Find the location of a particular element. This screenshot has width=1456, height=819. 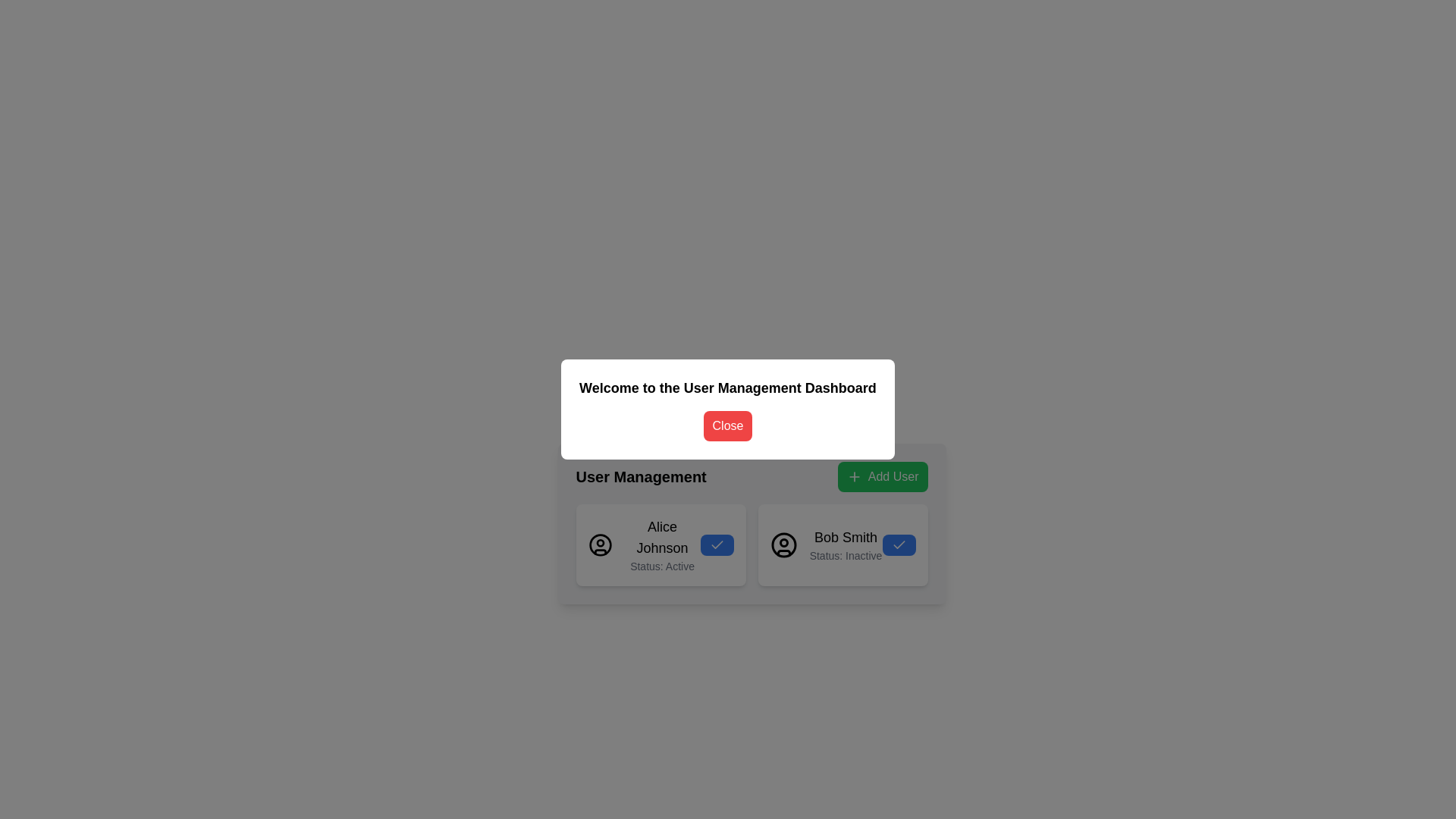

the 'Status: Active' text label, which is positioned below the user's name 'Alice Johnson' and is displayed in a small, gray font is located at coordinates (662, 566).